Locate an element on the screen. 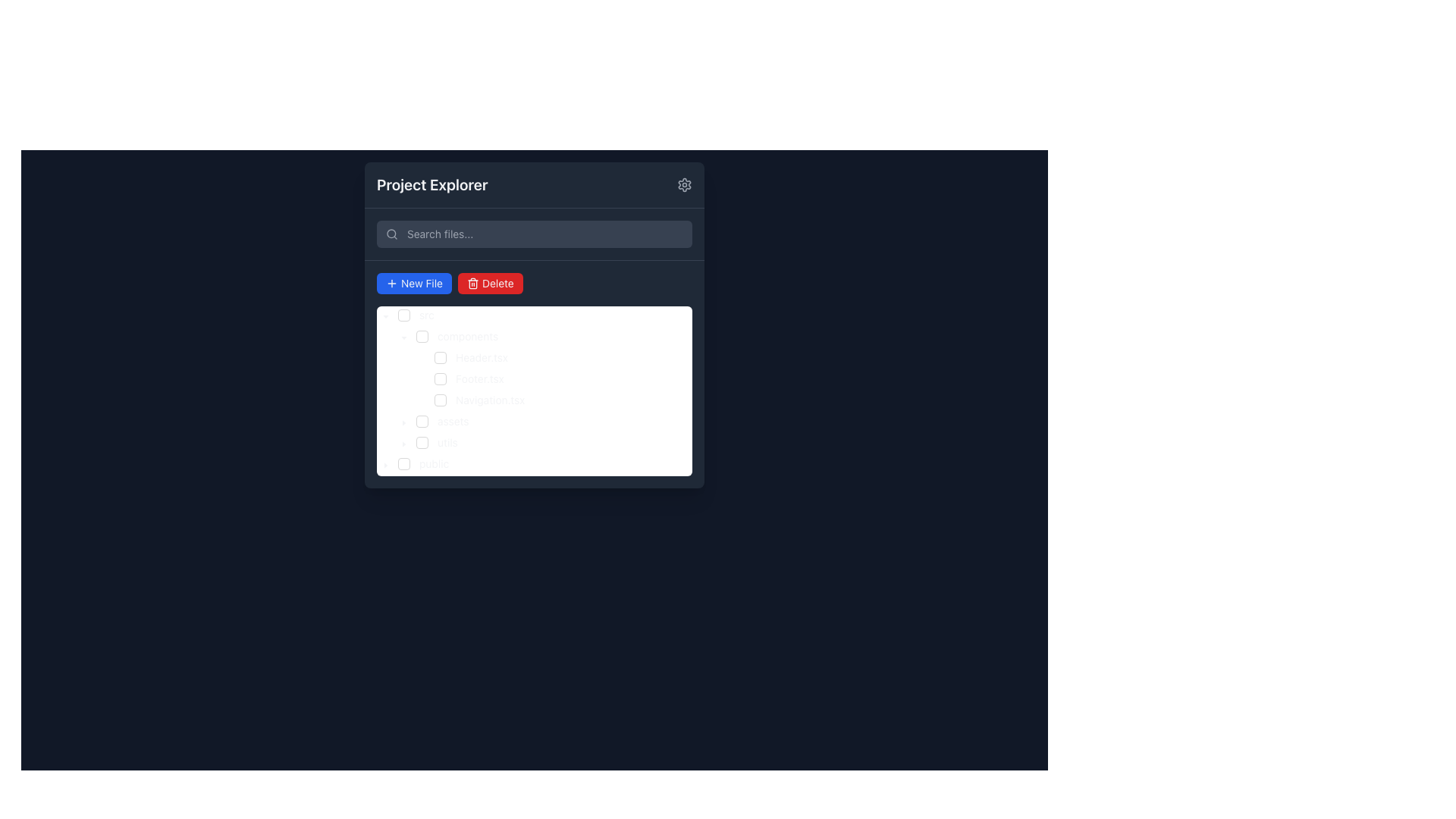 Image resolution: width=1456 pixels, height=819 pixels. the 'utils' directory tree node item in the Project Explorer interface is located at coordinates (447, 442).